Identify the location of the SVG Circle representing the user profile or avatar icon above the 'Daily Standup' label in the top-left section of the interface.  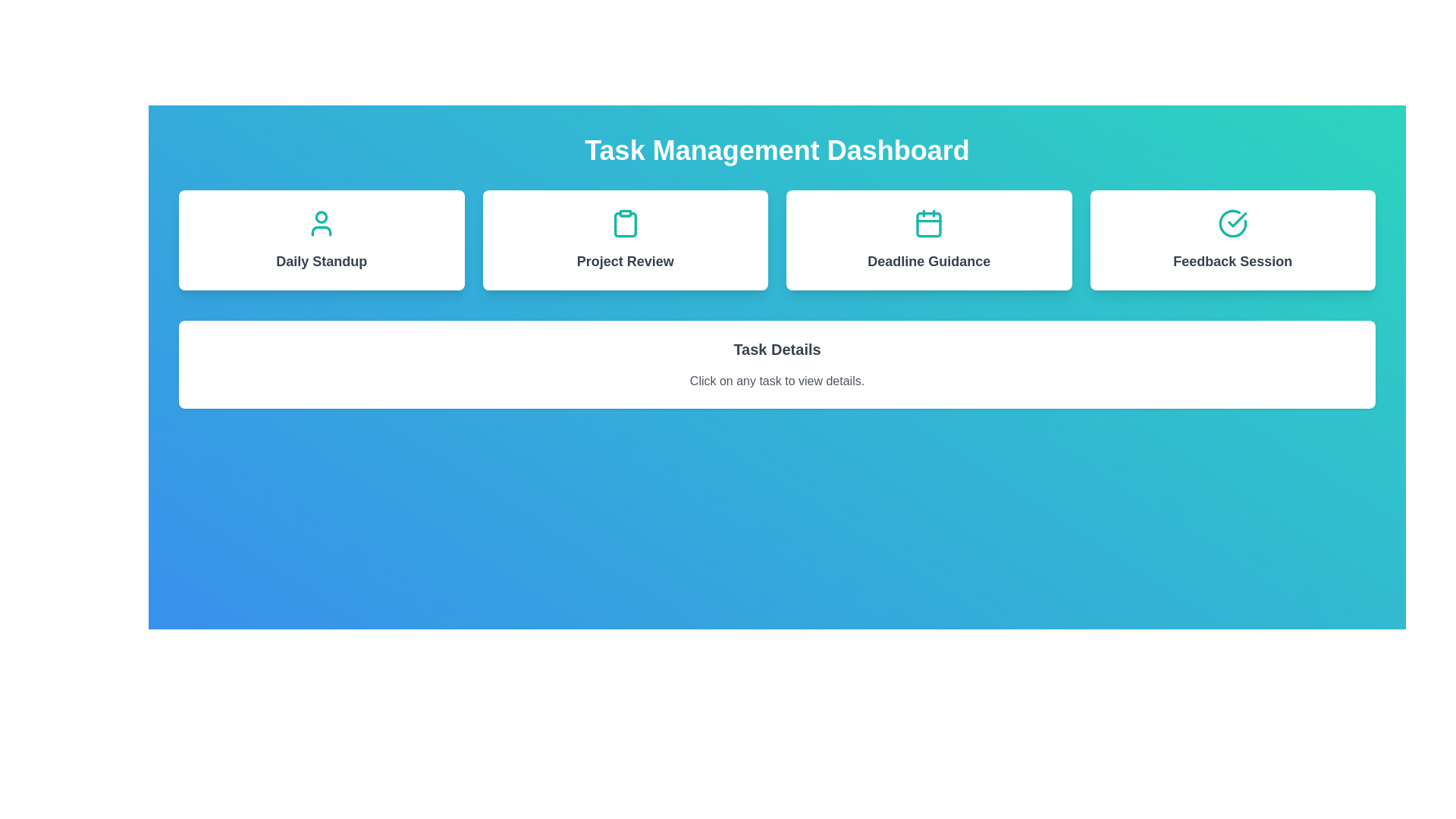
(321, 217).